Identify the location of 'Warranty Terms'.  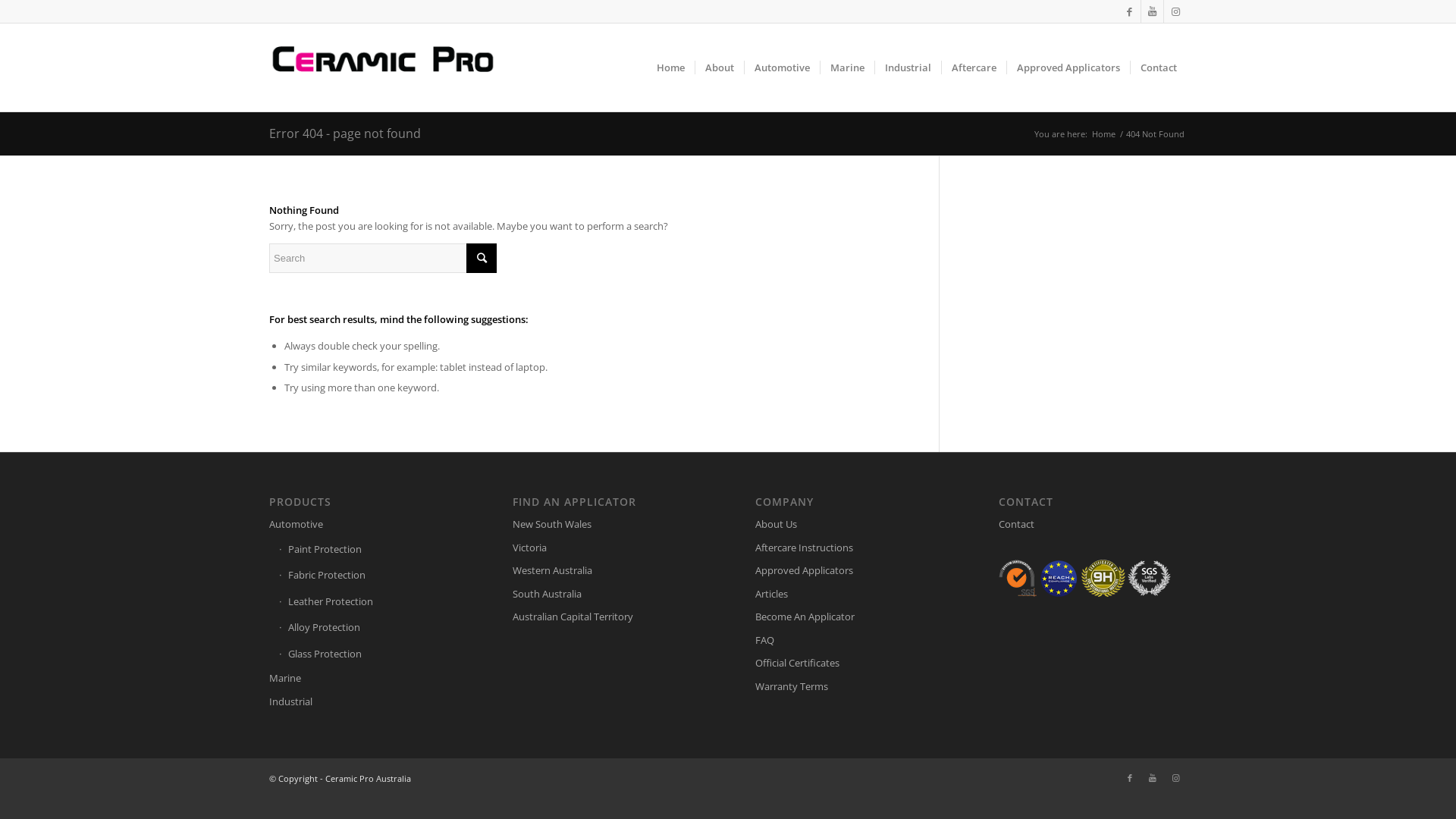
(848, 687).